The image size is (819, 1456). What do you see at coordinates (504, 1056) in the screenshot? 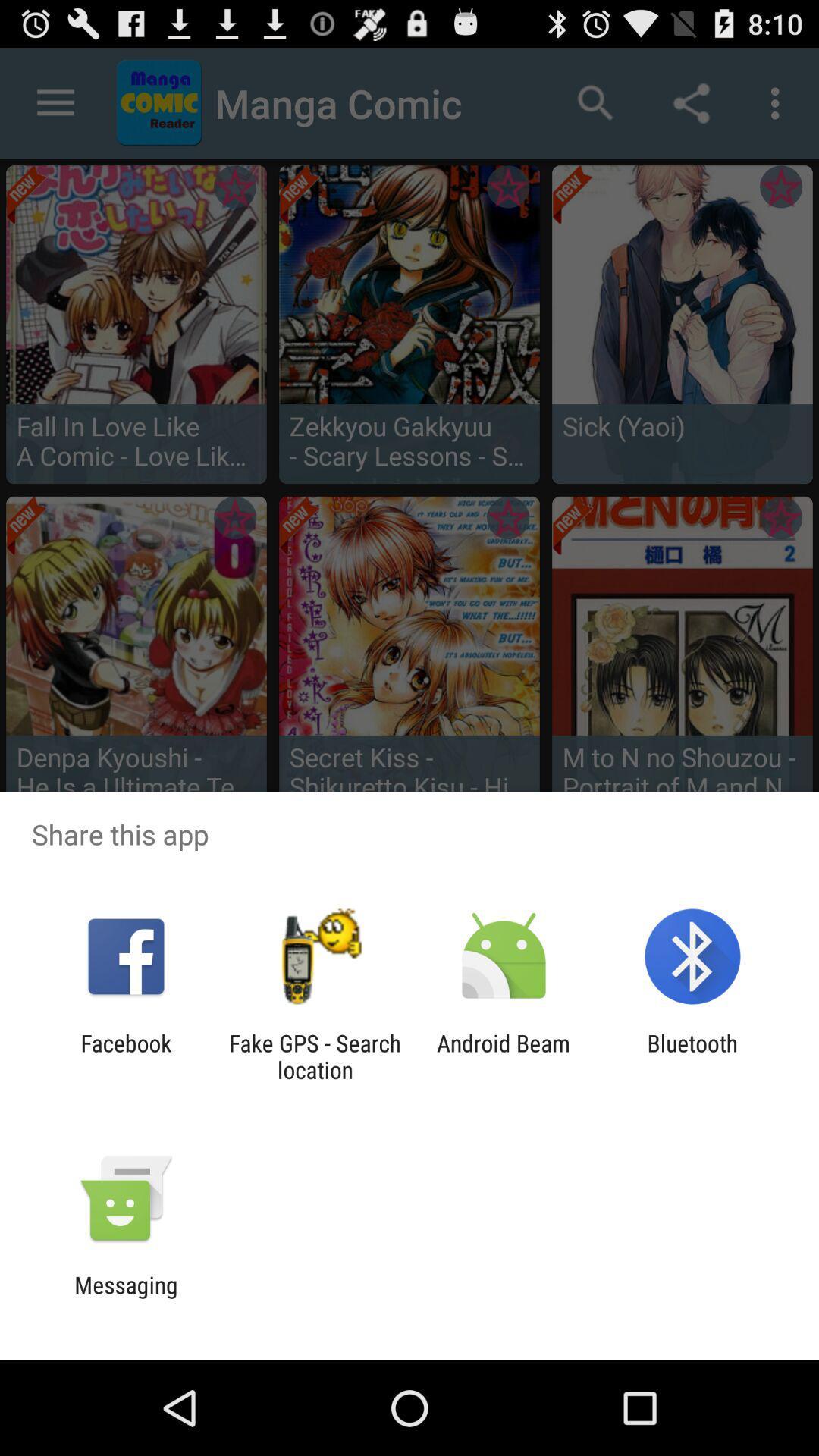
I see `android beam icon` at bounding box center [504, 1056].